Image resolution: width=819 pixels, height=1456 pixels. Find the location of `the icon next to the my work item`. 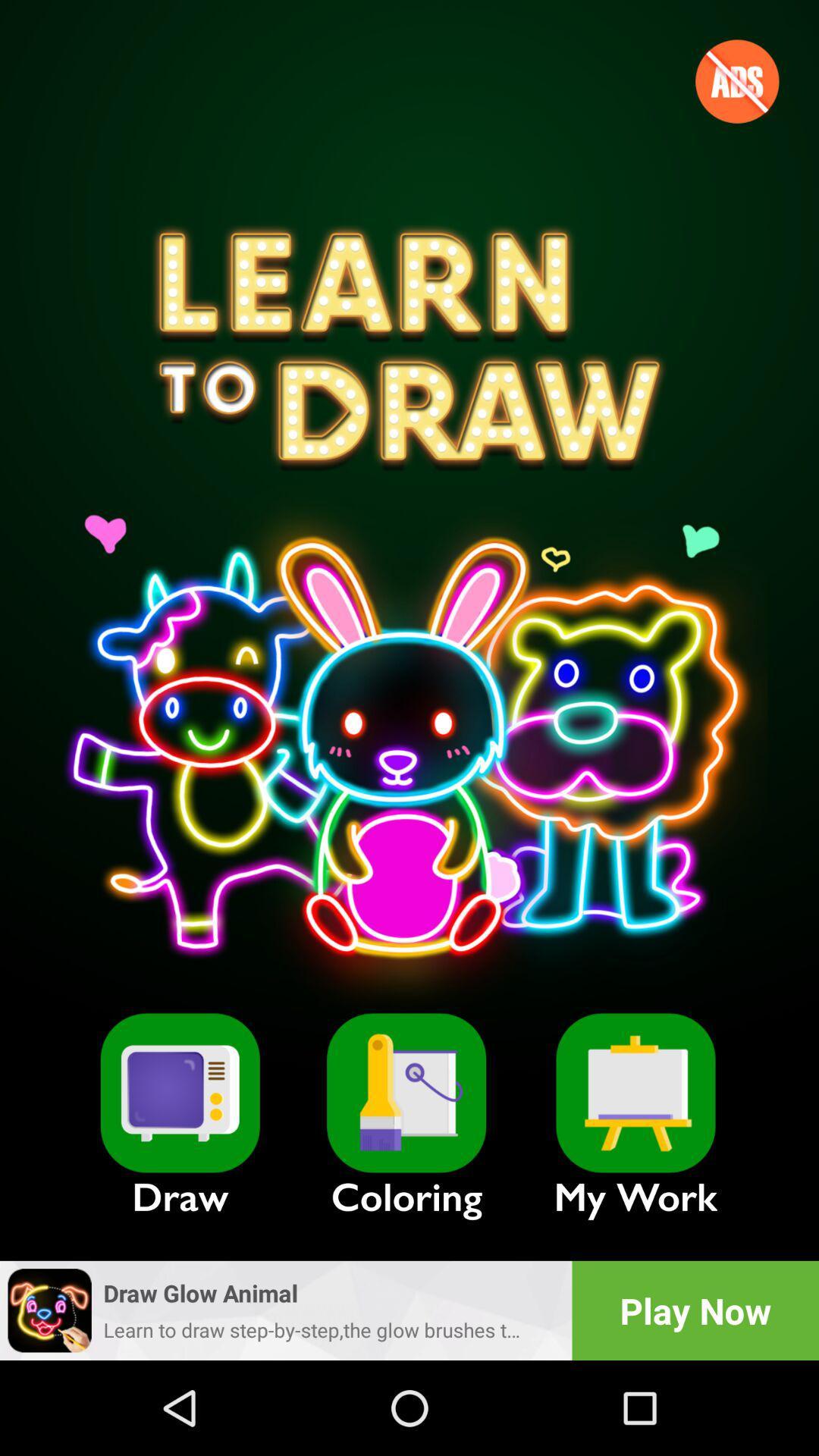

the icon next to the my work item is located at coordinates (406, 1093).